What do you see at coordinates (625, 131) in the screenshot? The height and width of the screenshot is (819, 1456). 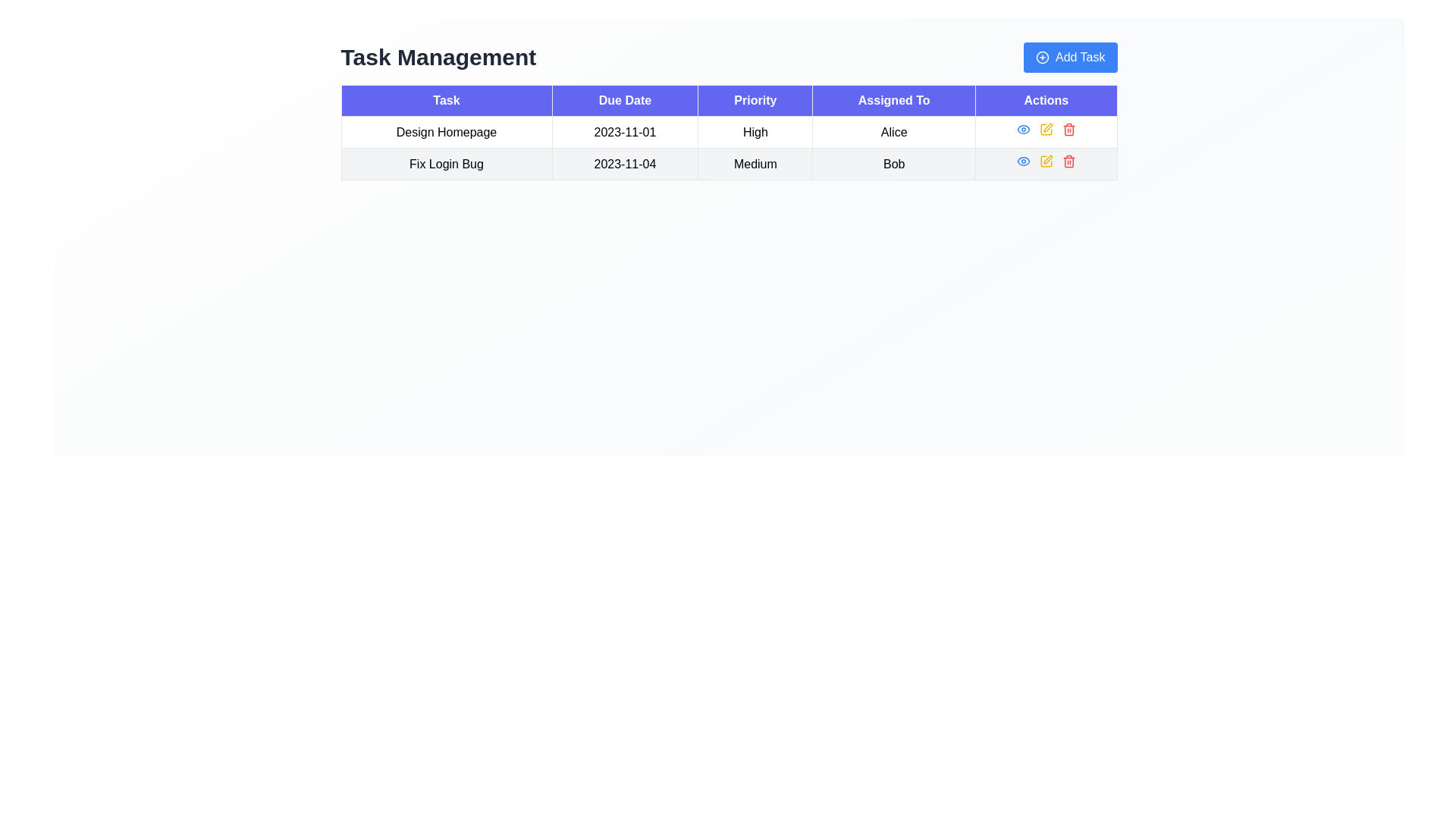 I see `the table cell displaying the date '2023-11-01', which is centrally aligned in the second column of the first data row under the 'Due Date' header` at bounding box center [625, 131].